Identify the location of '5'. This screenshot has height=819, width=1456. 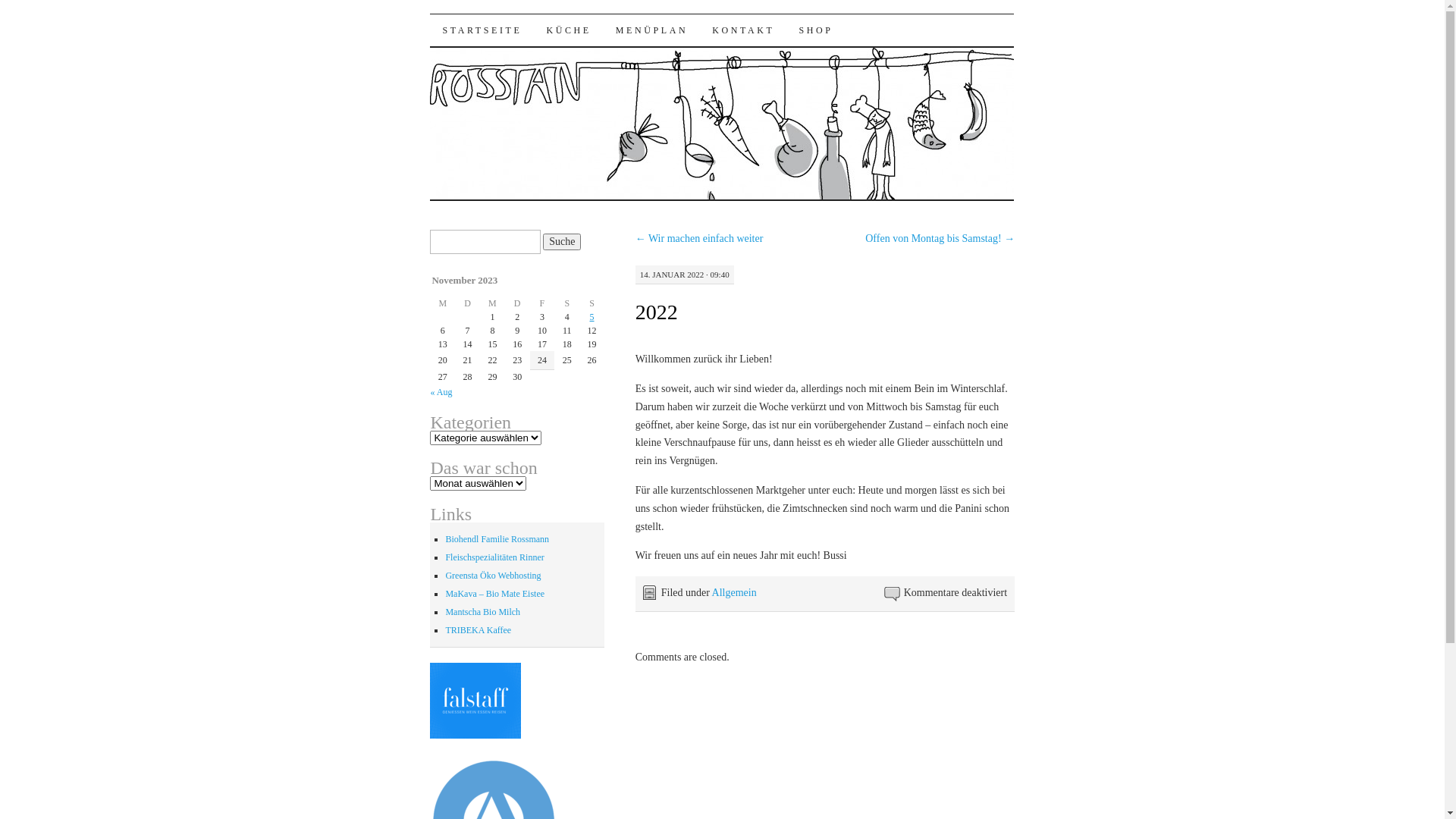
(591, 315).